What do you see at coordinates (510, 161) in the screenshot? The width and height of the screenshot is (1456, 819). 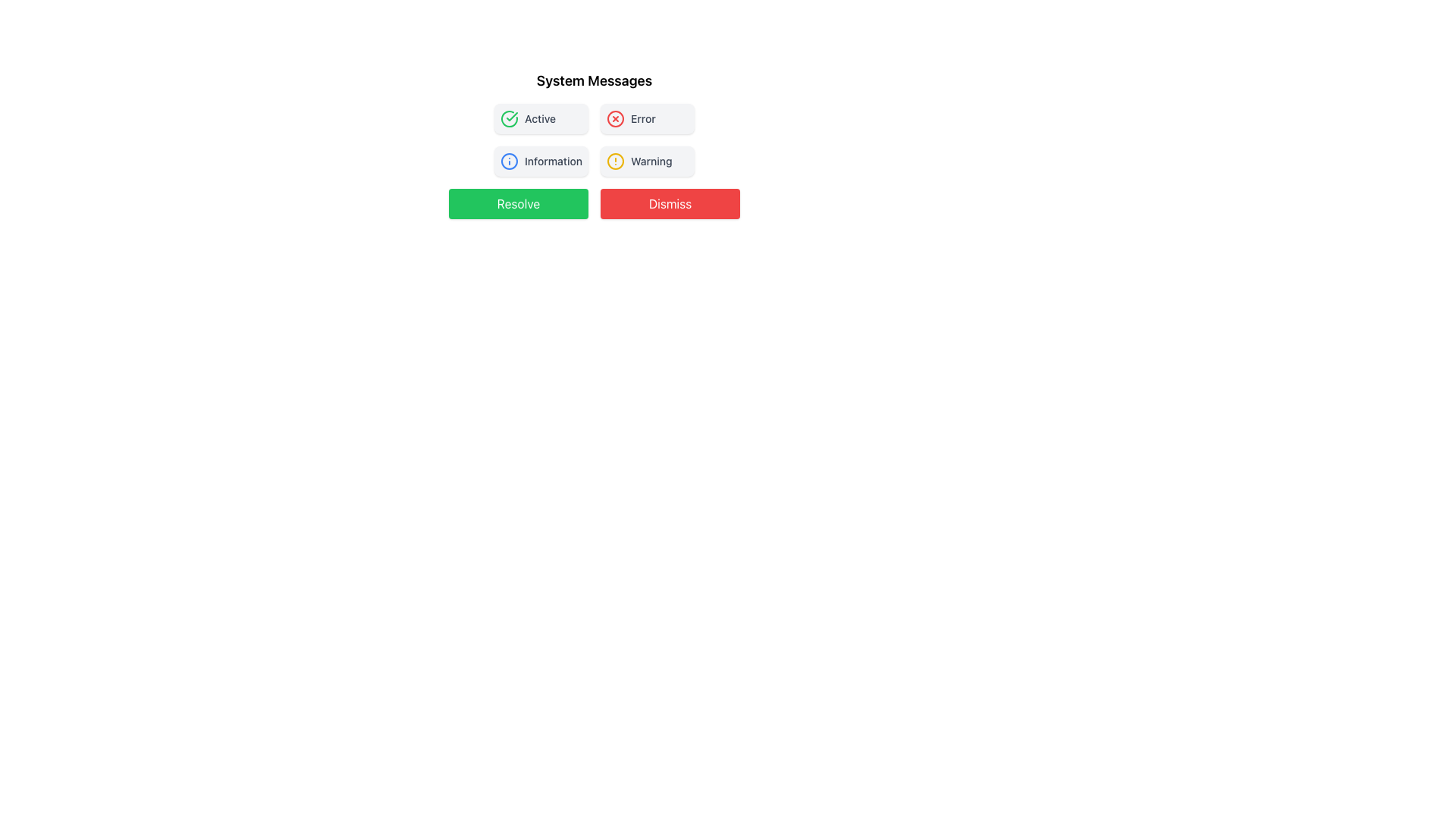 I see `the informational status icon located to the left of the 'Information' text within the 'Information' box in the 'System Messages' section` at bounding box center [510, 161].